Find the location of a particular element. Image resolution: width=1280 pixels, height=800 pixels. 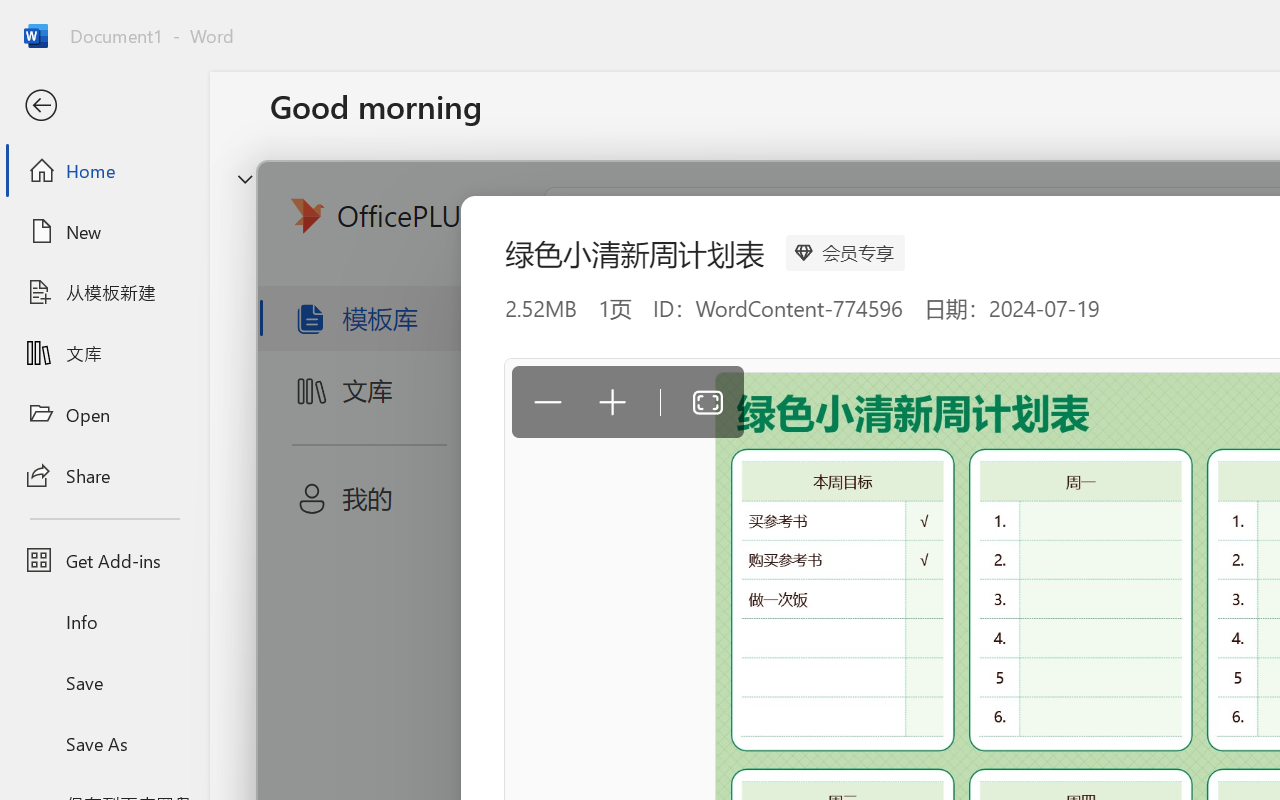

'Get Add-ins' is located at coordinates (103, 560).